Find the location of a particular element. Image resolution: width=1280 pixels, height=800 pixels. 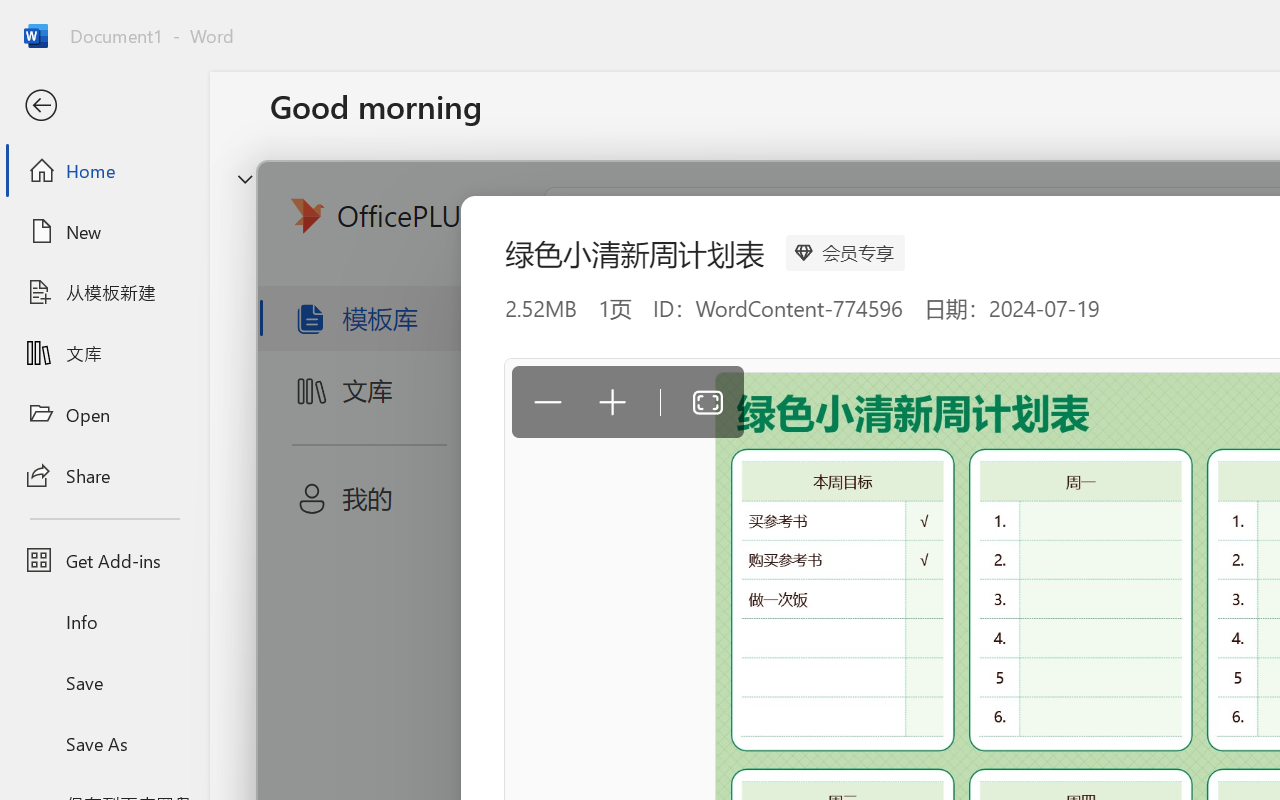

'Get Add-ins' is located at coordinates (103, 560).